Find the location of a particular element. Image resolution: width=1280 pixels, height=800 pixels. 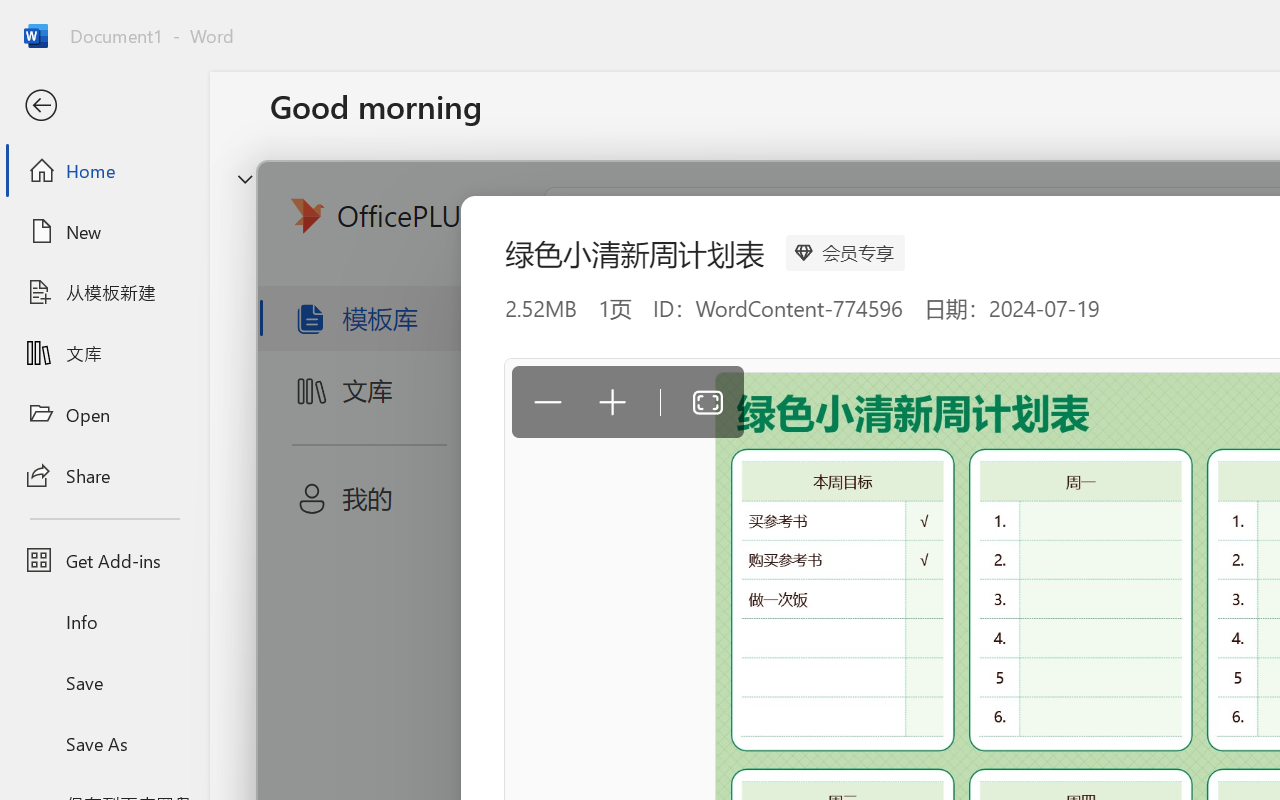

'Get Add-ins' is located at coordinates (103, 560).